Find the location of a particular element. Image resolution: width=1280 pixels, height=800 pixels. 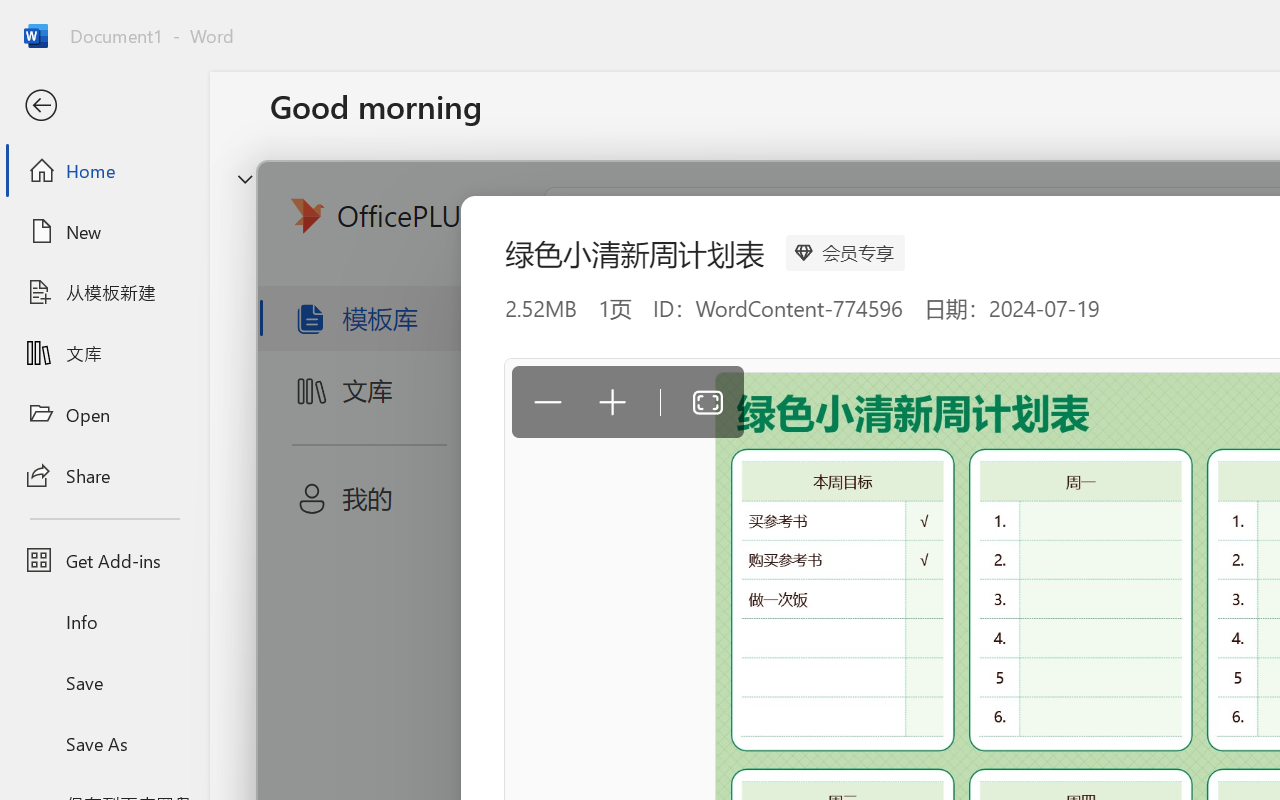

'Get Add-ins' is located at coordinates (103, 560).